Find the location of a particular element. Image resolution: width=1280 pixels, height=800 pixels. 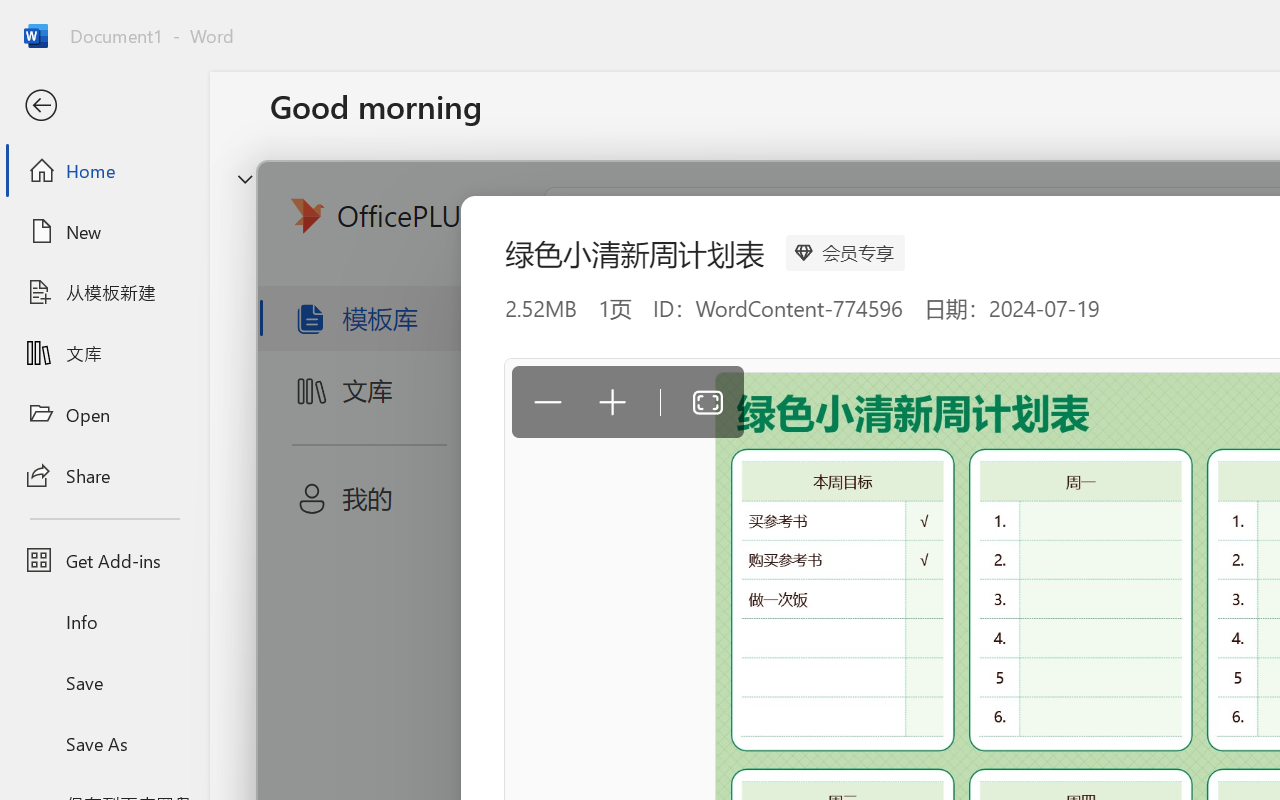

'Get Add-ins' is located at coordinates (103, 560).